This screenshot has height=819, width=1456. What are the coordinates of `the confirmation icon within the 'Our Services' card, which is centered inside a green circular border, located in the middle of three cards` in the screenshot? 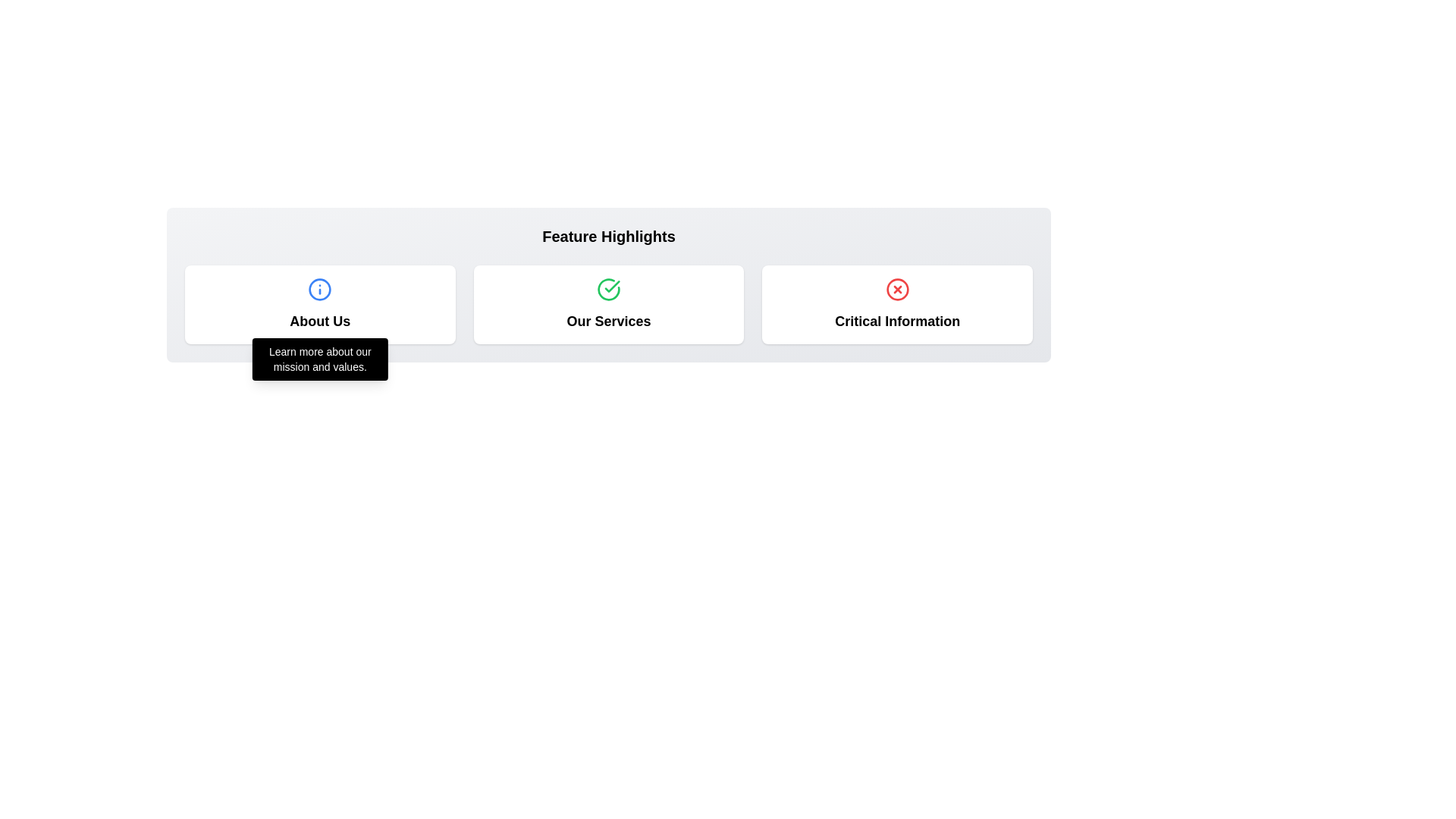 It's located at (612, 287).